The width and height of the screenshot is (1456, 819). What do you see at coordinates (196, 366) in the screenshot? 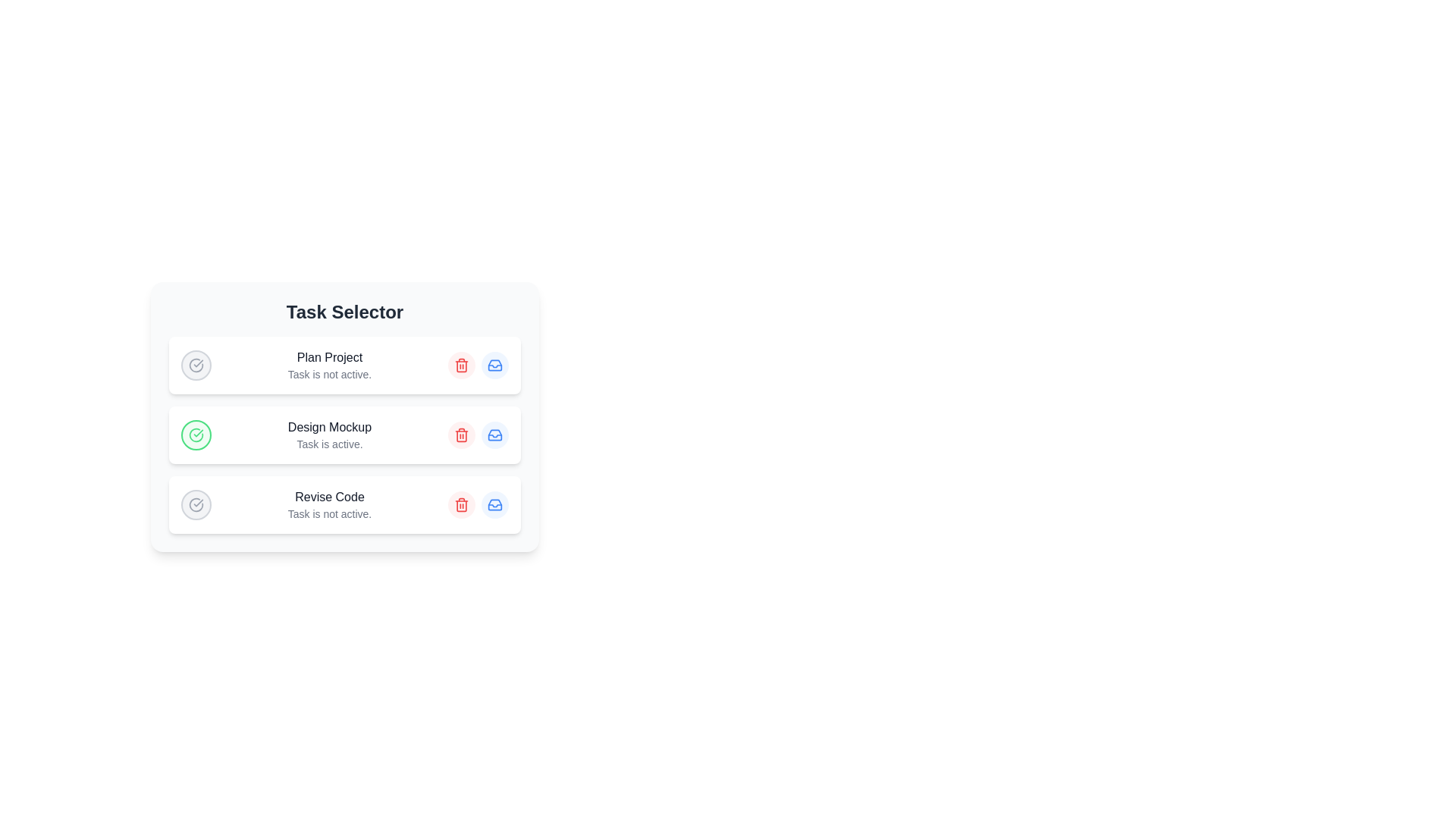
I see `the second icon in the left column of the 'Task Selector' section's second row` at bounding box center [196, 366].